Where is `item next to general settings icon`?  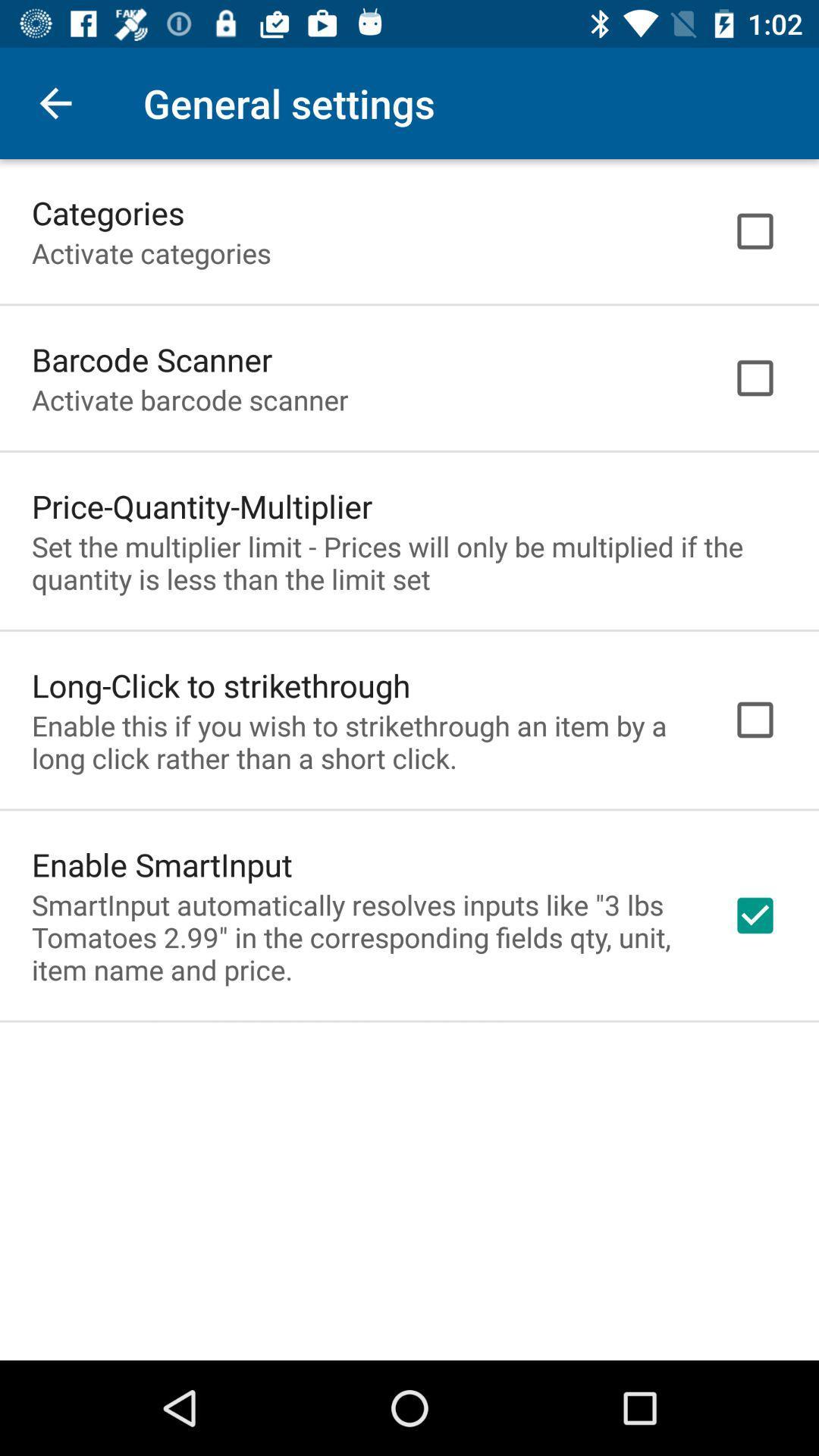 item next to general settings icon is located at coordinates (55, 102).